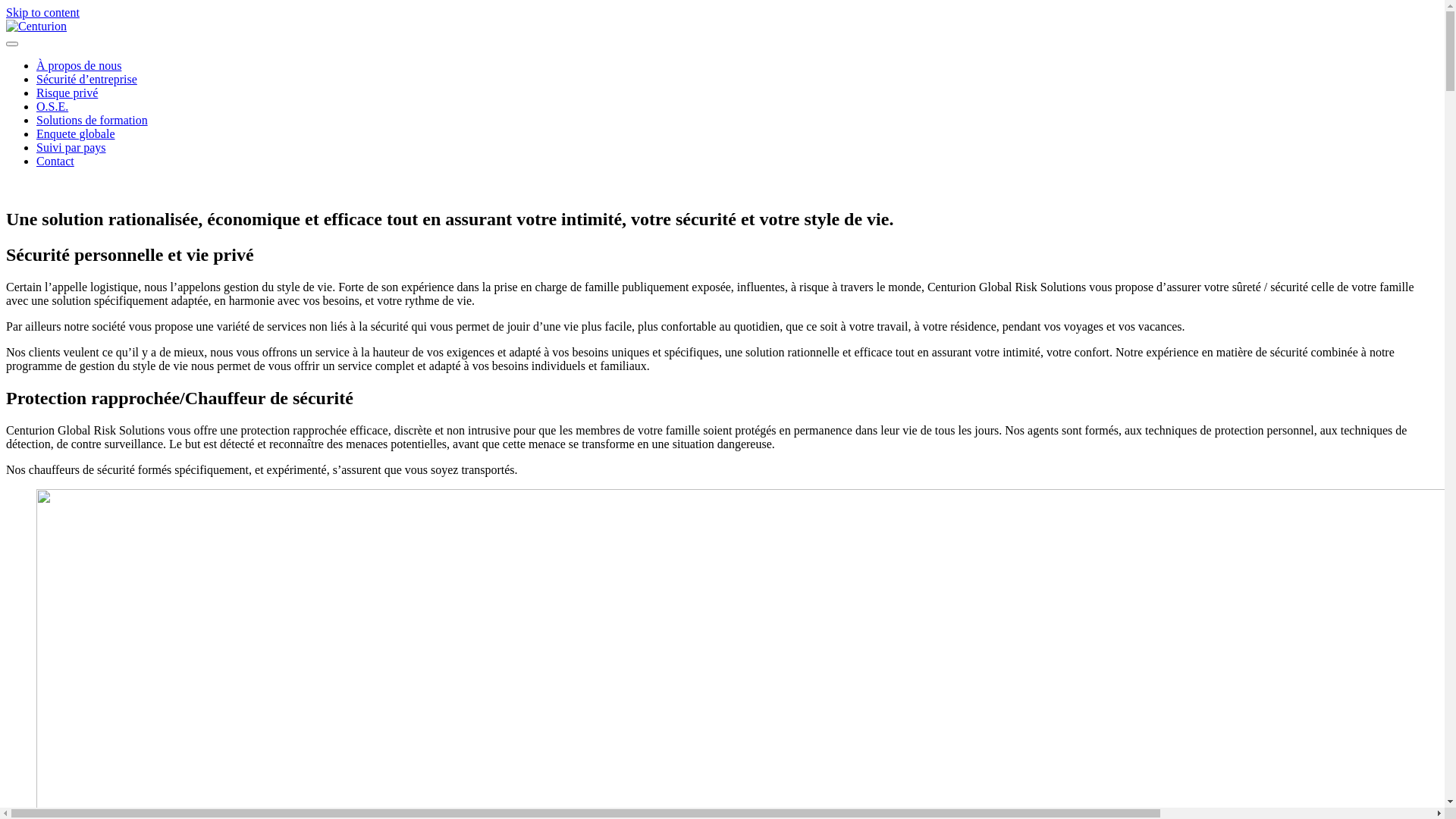 The height and width of the screenshot is (819, 1456). I want to click on 'Solutions de formation', so click(91, 119).